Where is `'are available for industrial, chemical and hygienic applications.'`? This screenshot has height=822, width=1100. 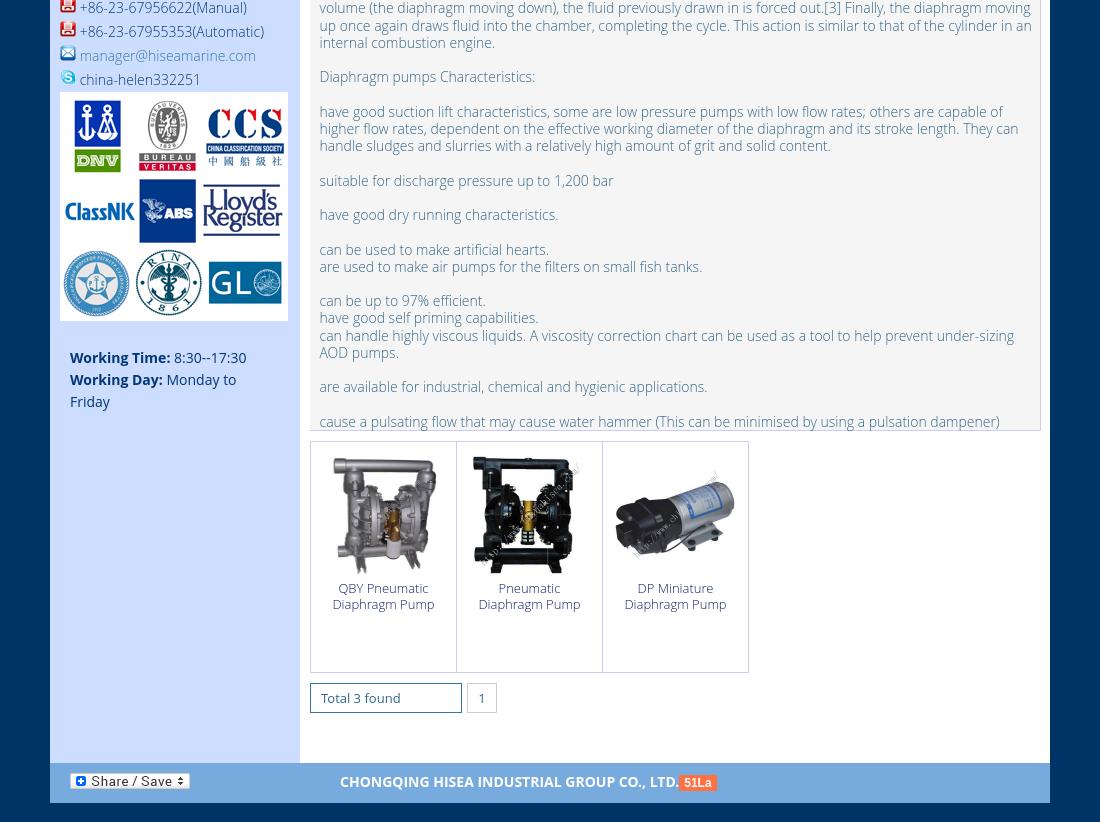
'are available for industrial, chemical and hygienic applications.' is located at coordinates (513, 386).